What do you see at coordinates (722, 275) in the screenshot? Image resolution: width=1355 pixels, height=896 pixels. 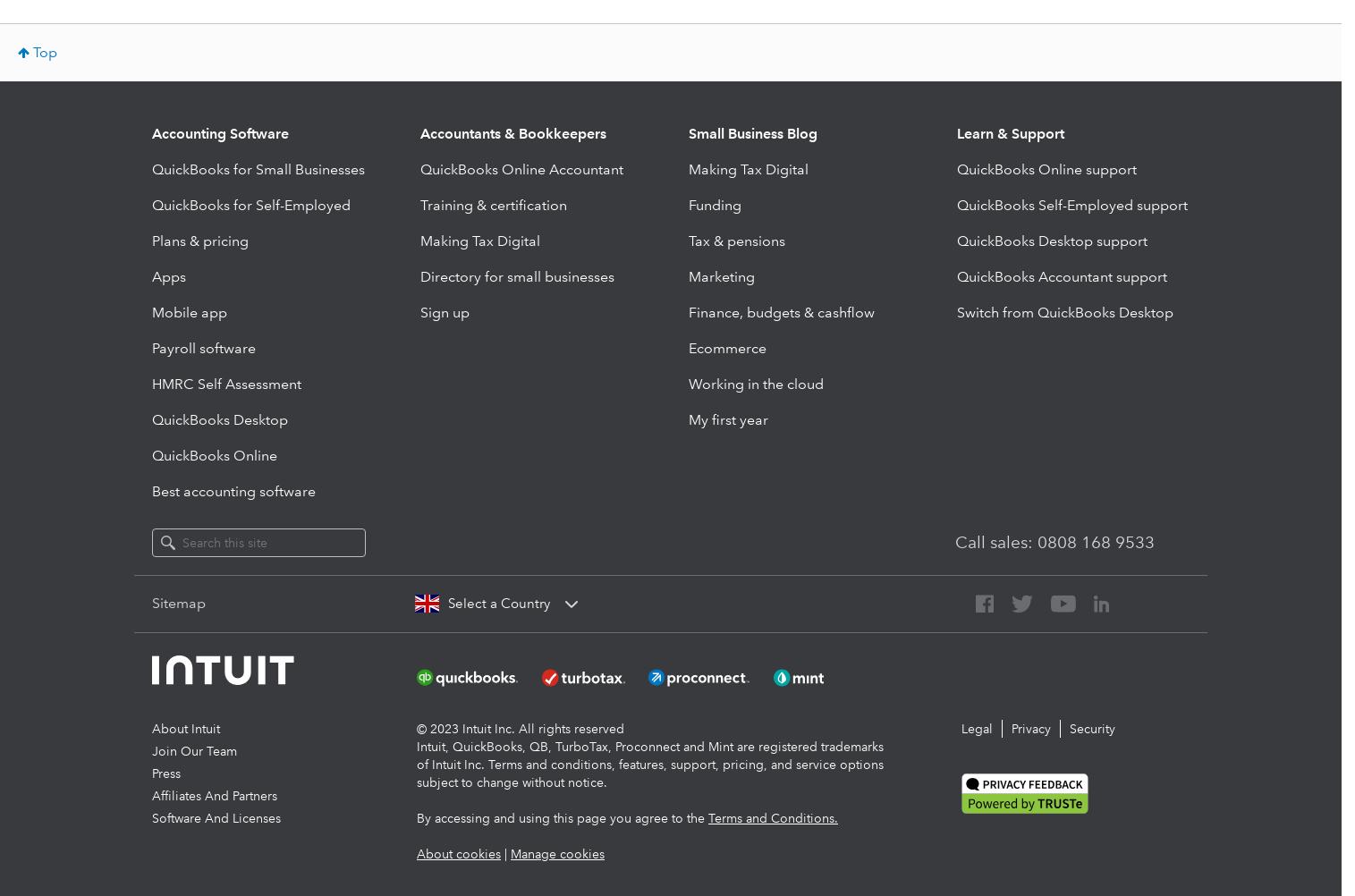 I see `'Marketing'` at bounding box center [722, 275].